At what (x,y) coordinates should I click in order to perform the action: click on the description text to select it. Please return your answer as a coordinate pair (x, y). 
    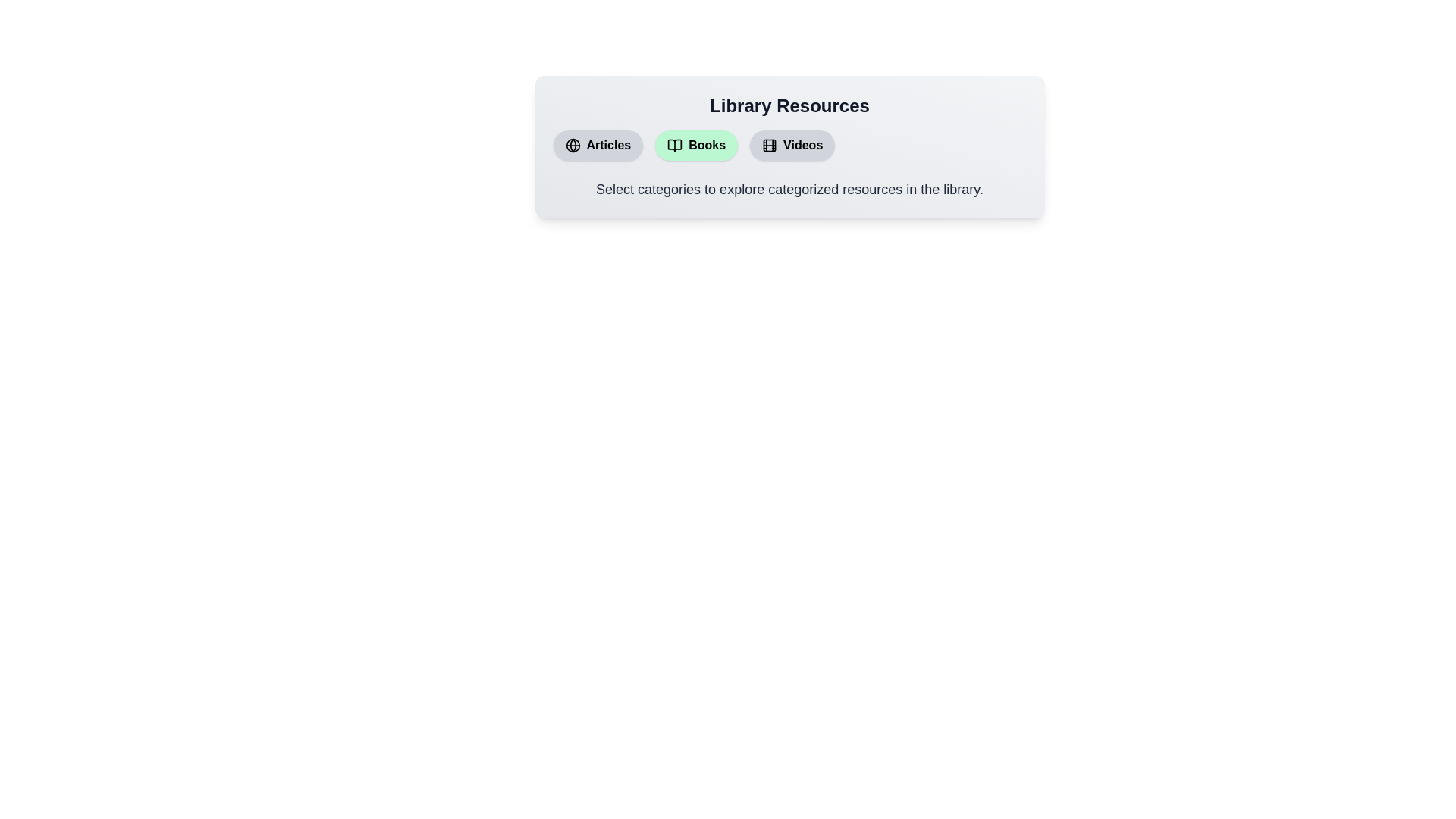
    Looking at the image, I should click on (789, 189).